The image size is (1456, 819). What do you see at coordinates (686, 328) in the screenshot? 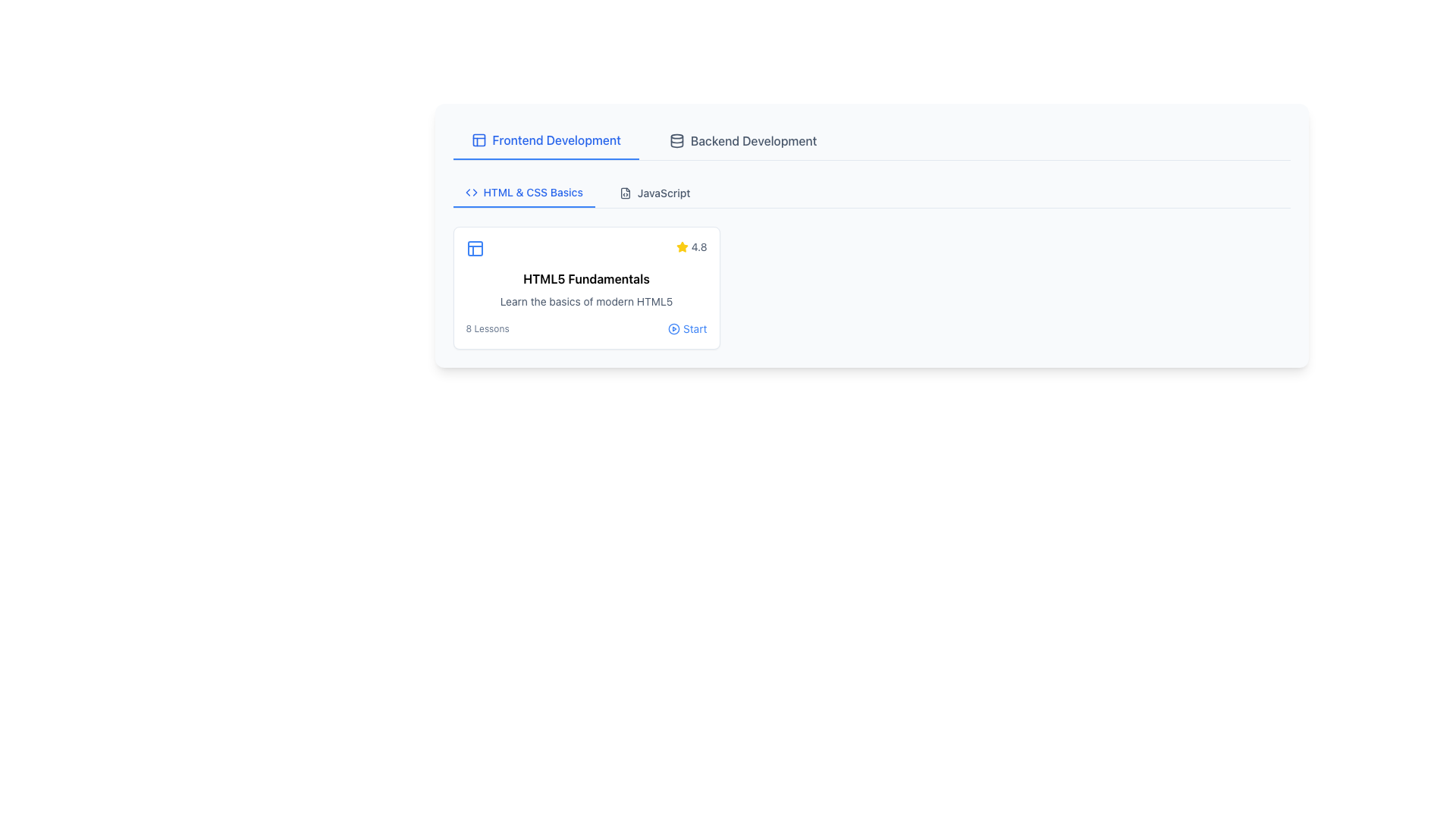
I see `the 'Start' button located to the right of the '8 Lessons' text in the 'HTML5 Fundamentals' section to initiate the corresponding activity` at bounding box center [686, 328].